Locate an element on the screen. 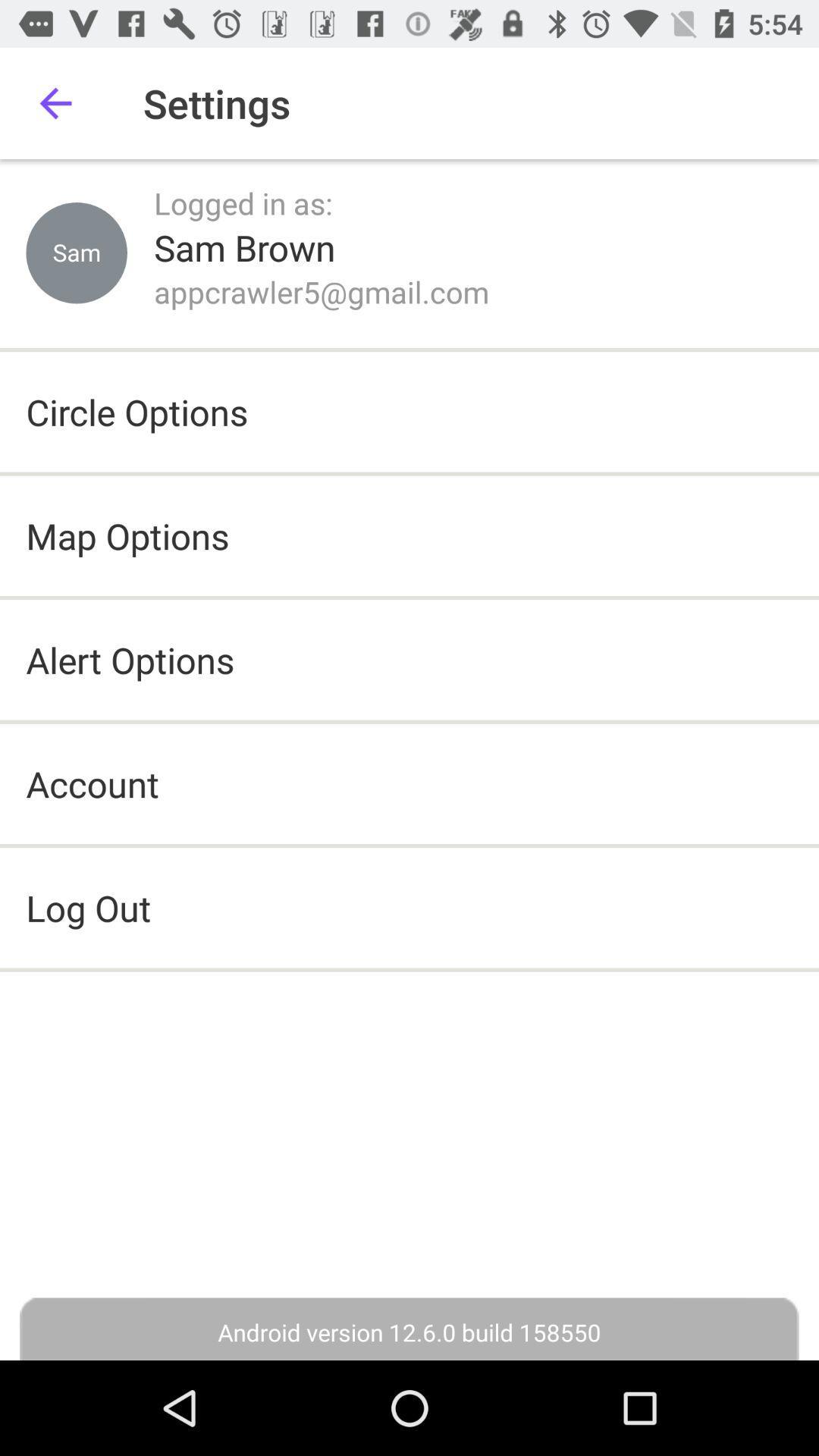  the item above the alert options icon is located at coordinates (127, 535).